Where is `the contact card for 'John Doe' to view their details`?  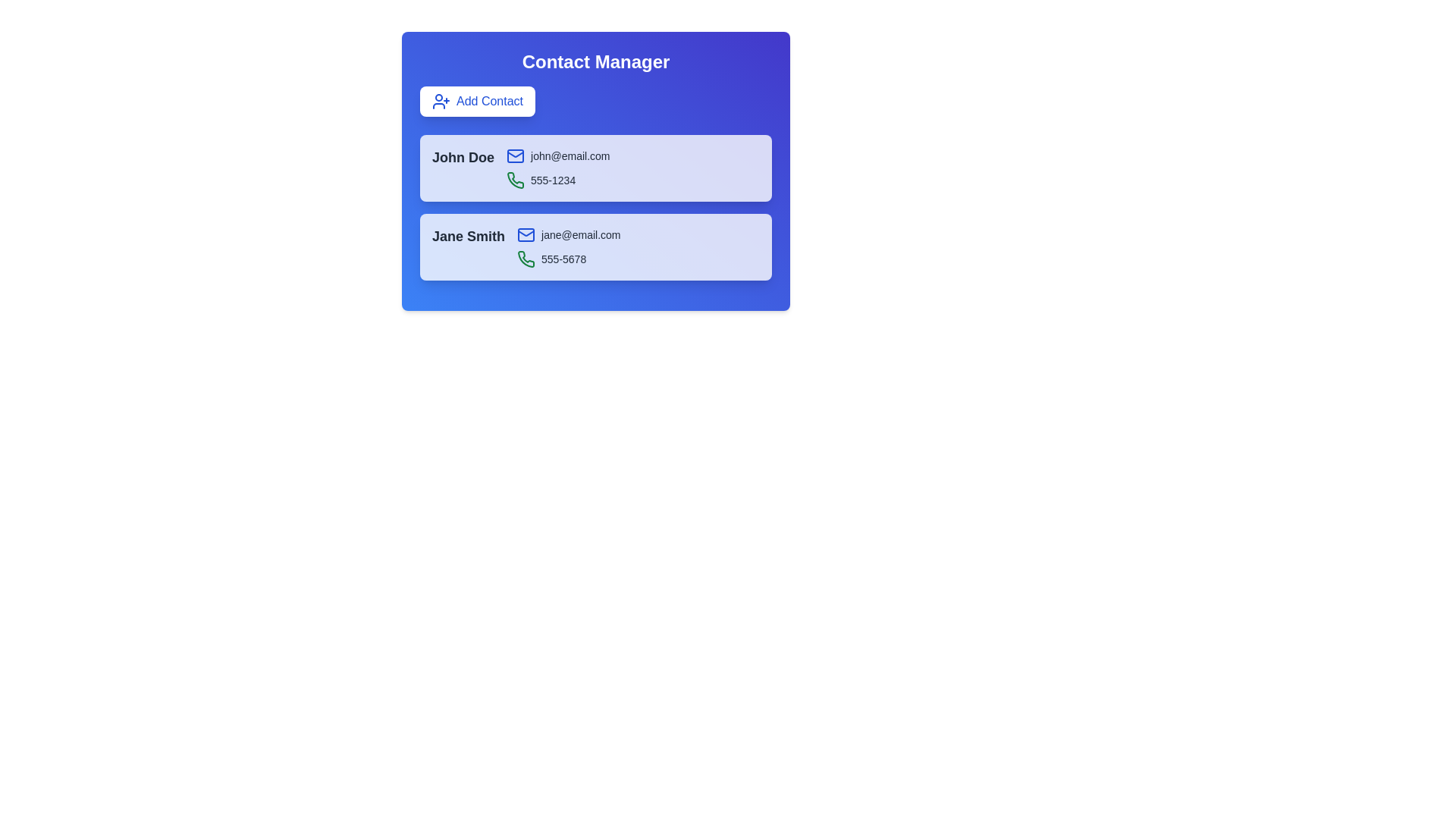 the contact card for 'John Doe' to view their details is located at coordinates (462, 158).